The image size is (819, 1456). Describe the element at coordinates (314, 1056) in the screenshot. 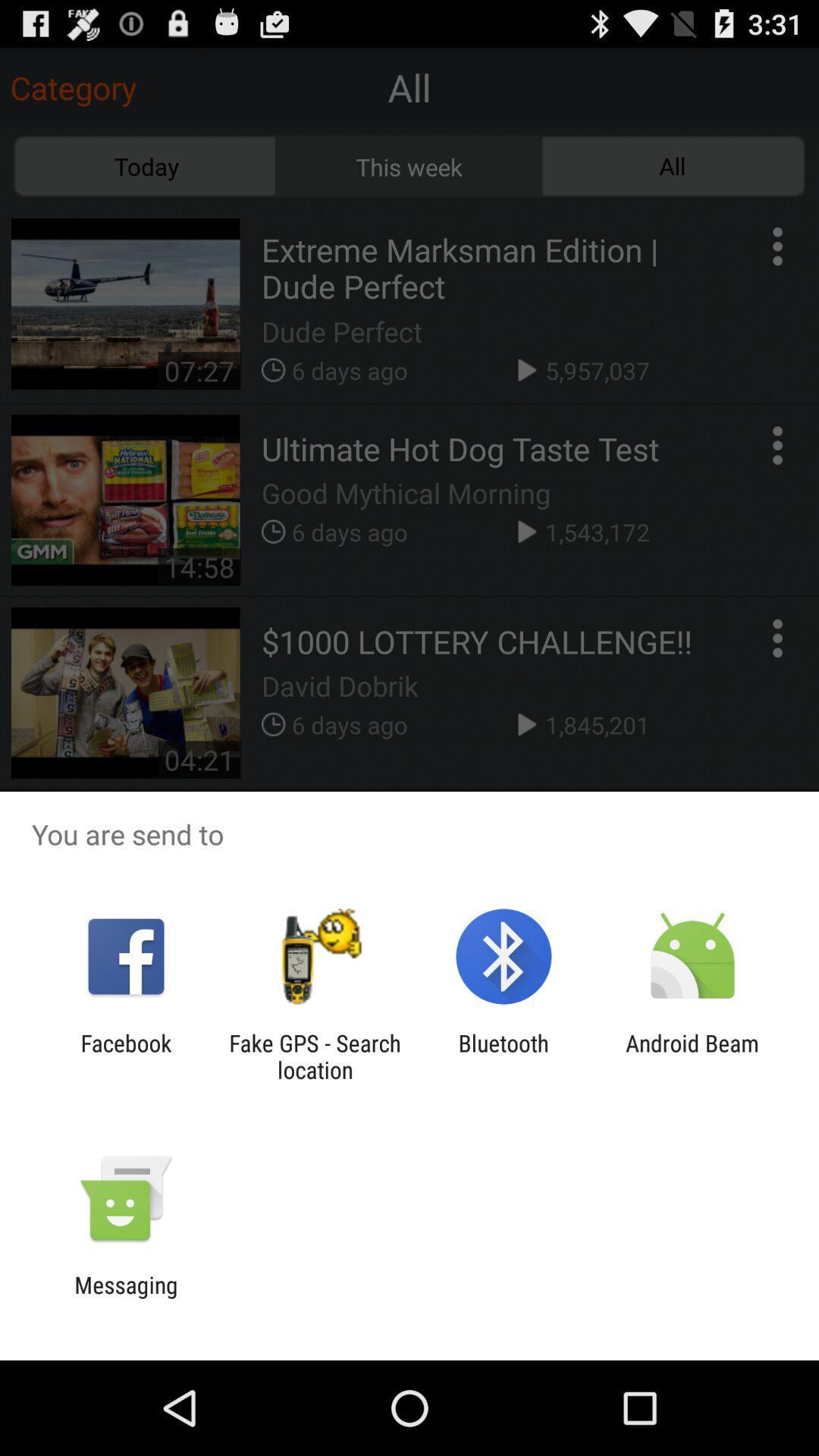

I see `the fake gps search icon` at that location.